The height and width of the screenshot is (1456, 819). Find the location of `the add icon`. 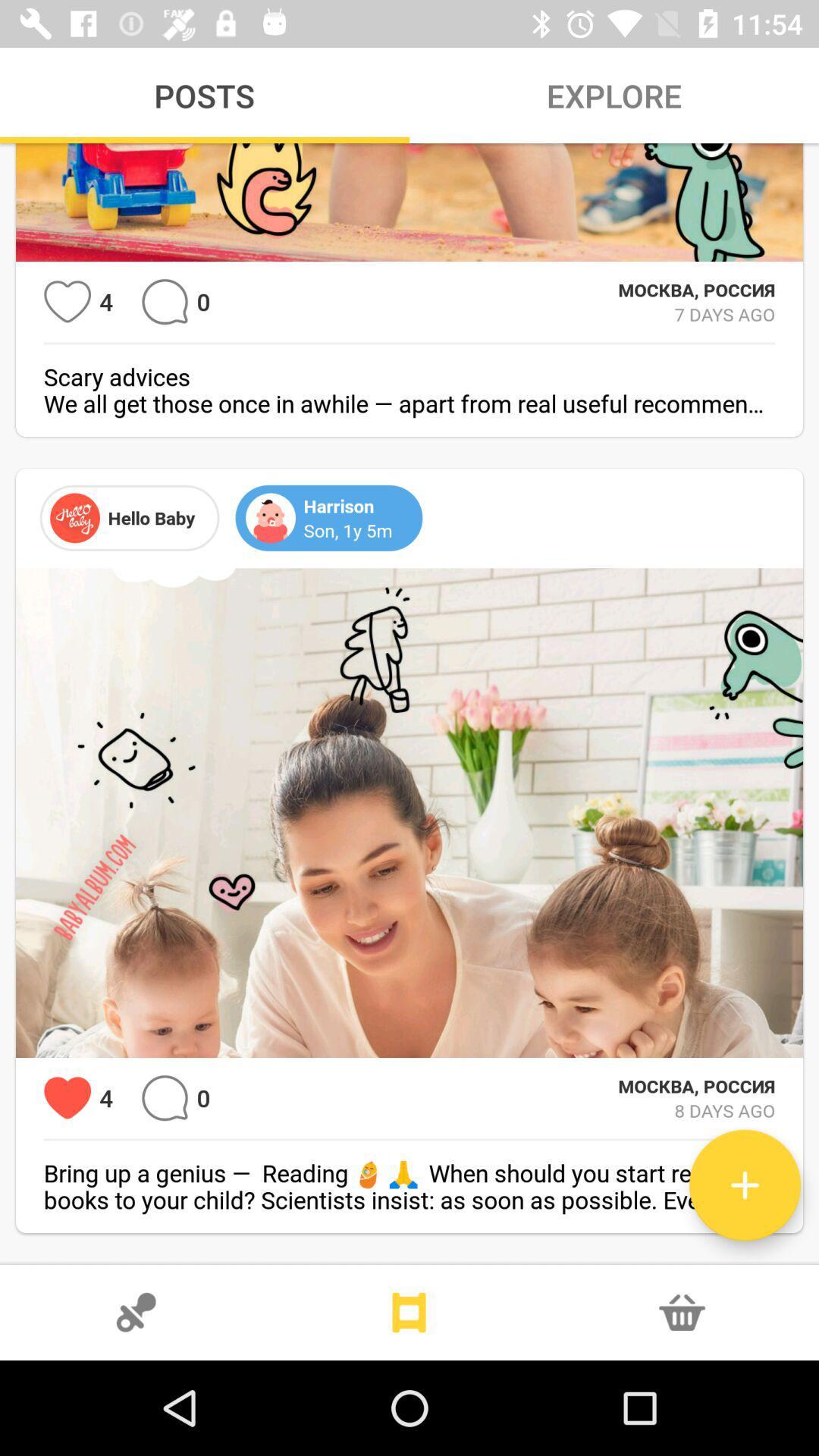

the add icon is located at coordinates (744, 1185).